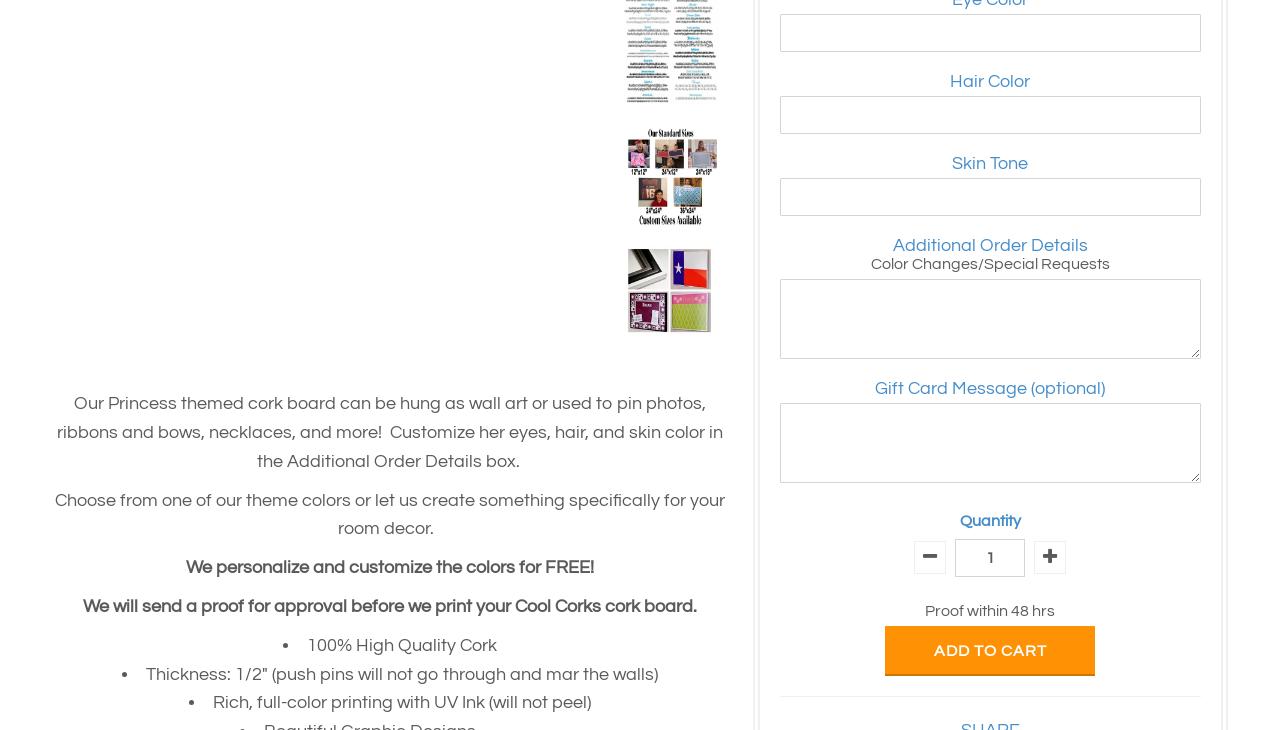 This screenshot has width=1280, height=730. What do you see at coordinates (390, 567) in the screenshot?
I see `'We personalize and customize the colors for FREE!'` at bounding box center [390, 567].